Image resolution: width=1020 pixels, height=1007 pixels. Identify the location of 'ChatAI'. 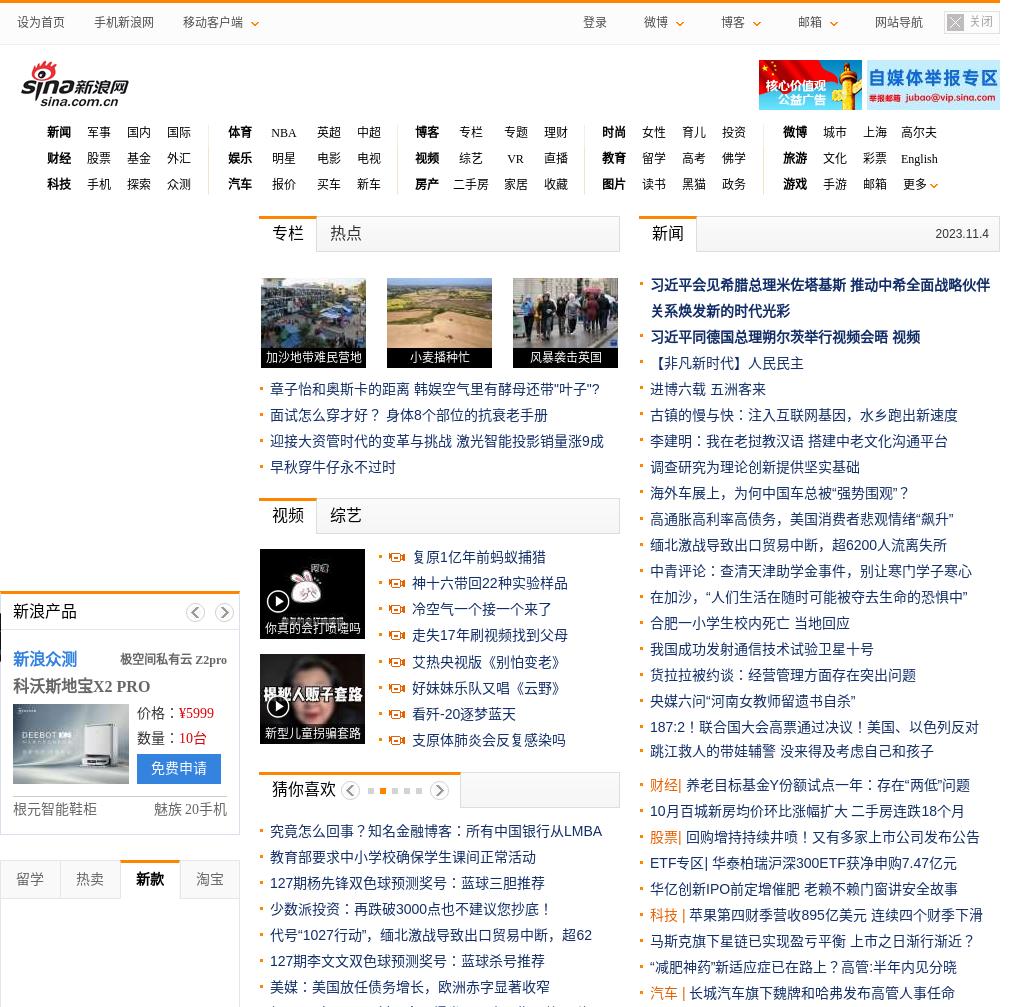
(272, 738).